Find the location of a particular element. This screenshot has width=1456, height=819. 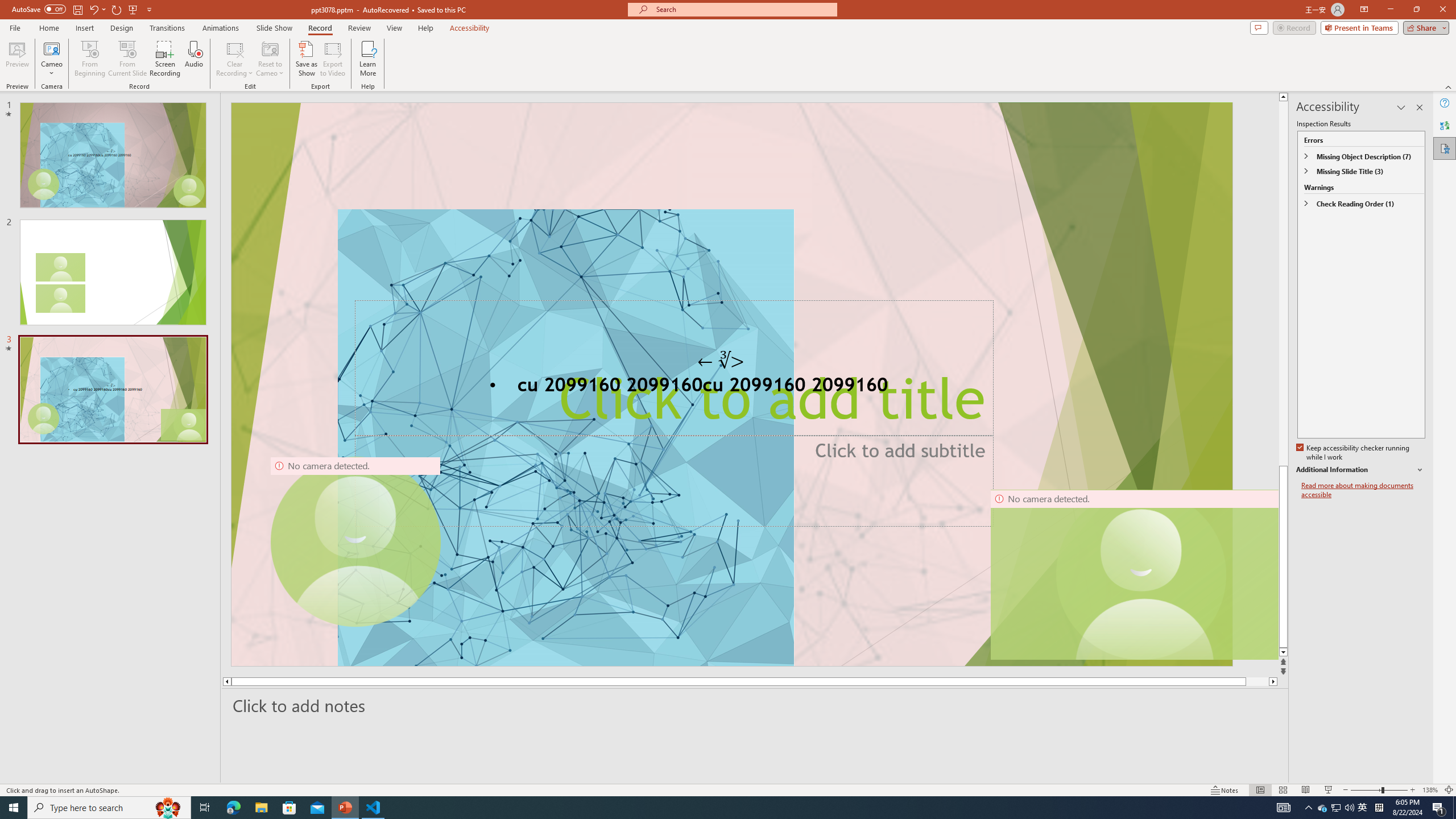

'Slide Notes' is located at coordinates (755, 705).